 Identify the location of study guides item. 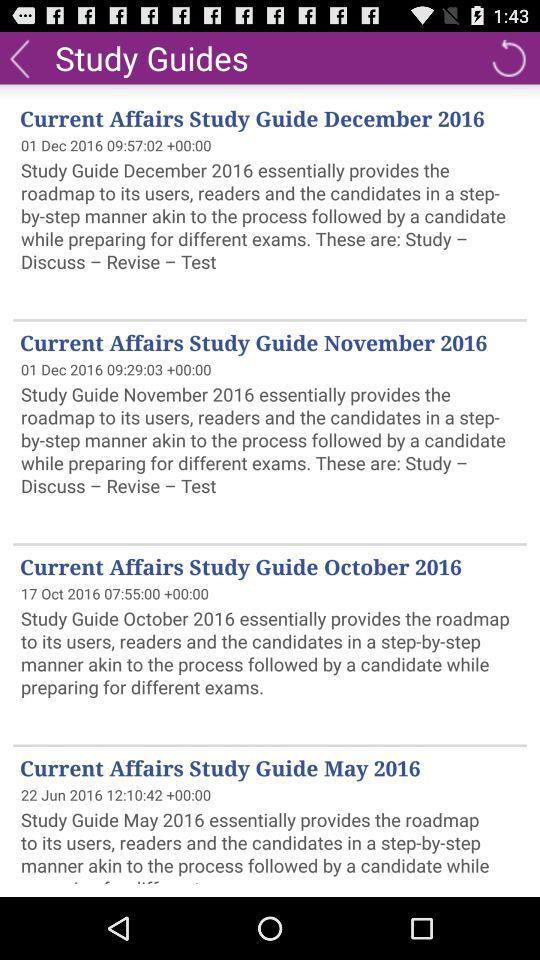
(150, 56).